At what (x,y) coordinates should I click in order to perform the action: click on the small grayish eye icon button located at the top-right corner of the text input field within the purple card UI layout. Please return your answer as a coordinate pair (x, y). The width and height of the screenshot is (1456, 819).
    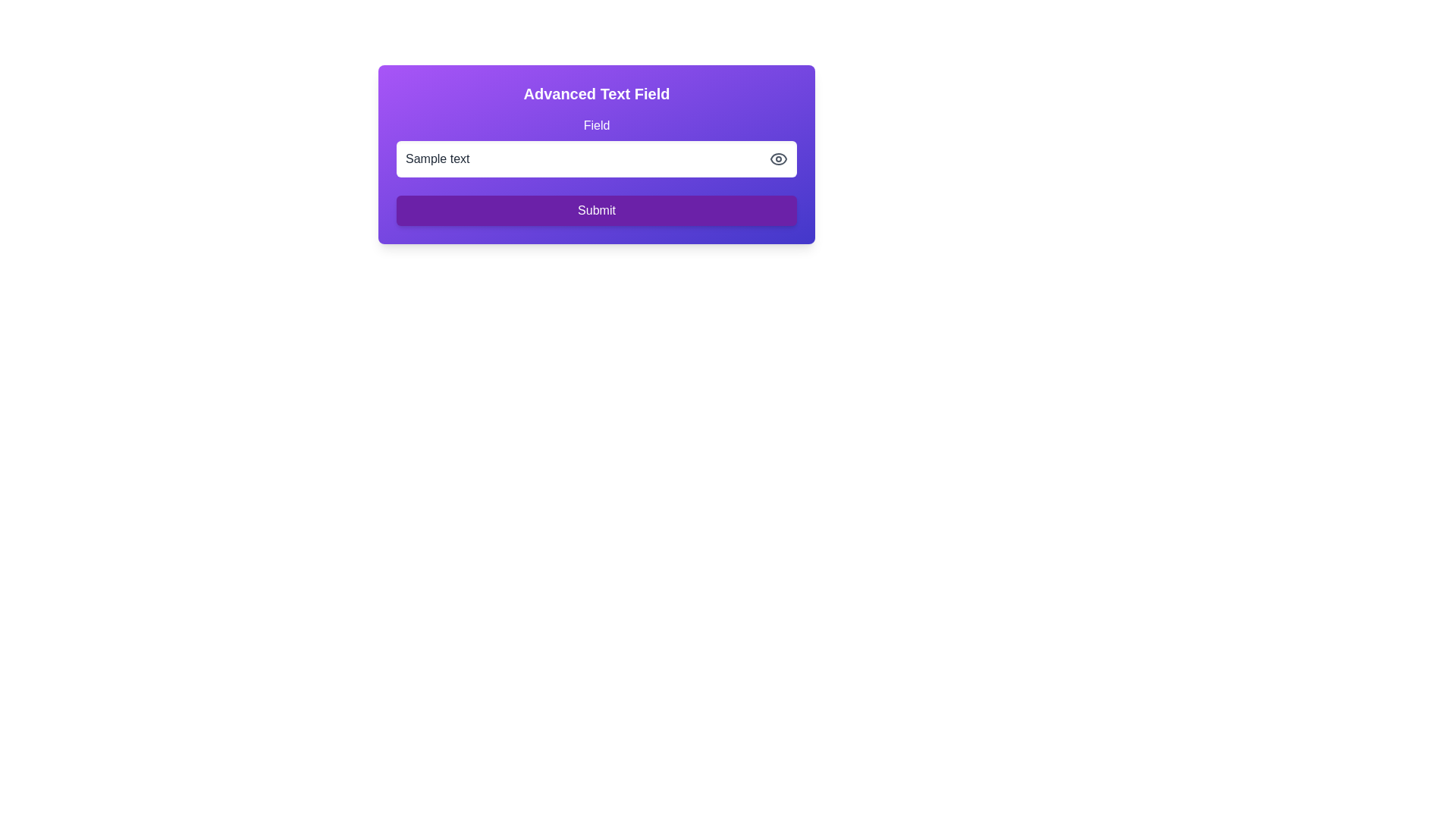
    Looking at the image, I should click on (779, 158).